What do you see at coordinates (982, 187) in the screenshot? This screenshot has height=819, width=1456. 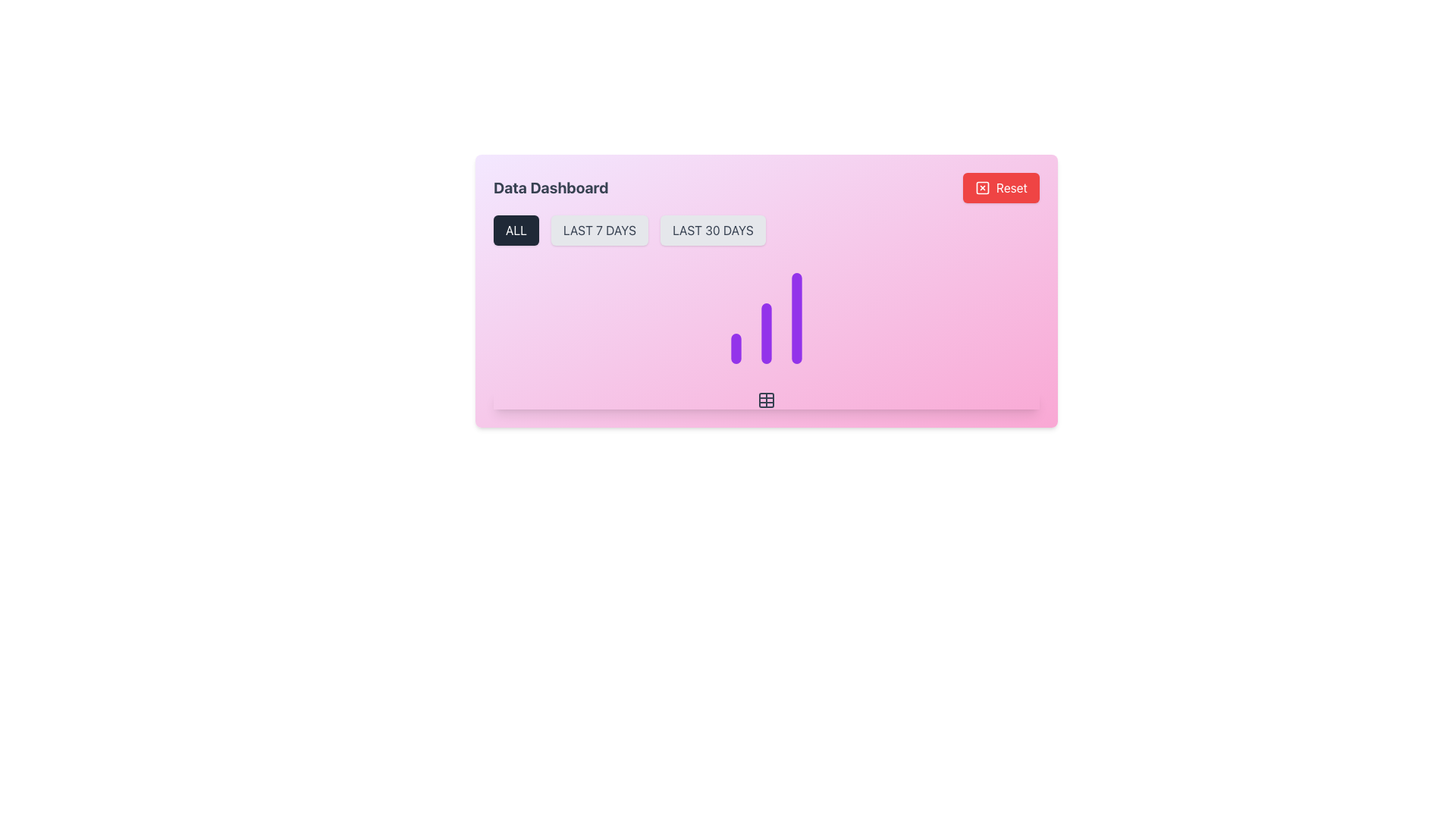 I see `the 'Reset' icon located at the top-right corner of the interface, which visually represents the 'Reset' action` at bounding box center [982, 187].